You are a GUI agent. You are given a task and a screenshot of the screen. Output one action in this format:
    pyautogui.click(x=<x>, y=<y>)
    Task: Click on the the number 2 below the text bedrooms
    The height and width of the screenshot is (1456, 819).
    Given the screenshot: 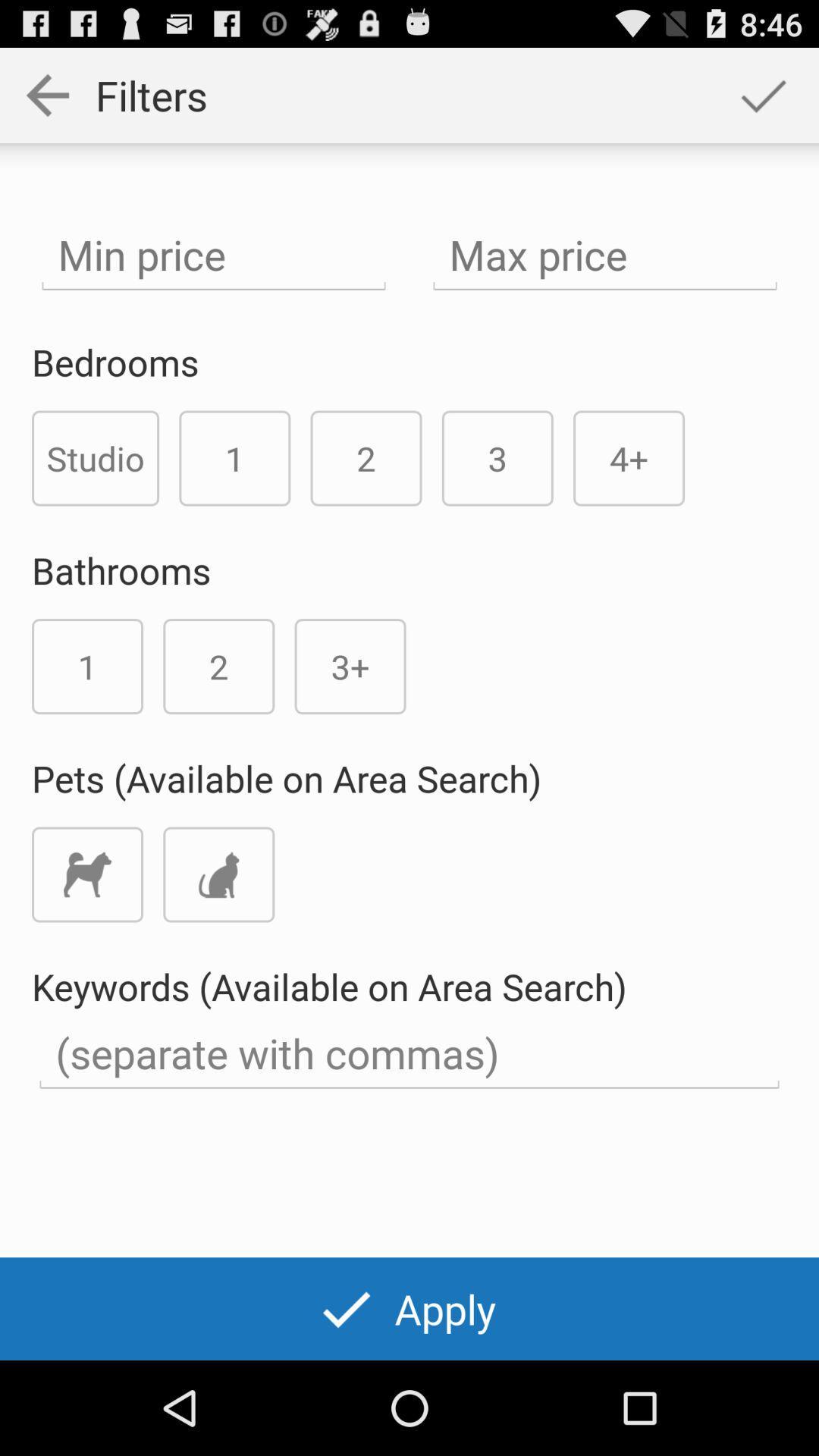 What is the action you would take?
    pyautogui.click(x=366, y=457)
    